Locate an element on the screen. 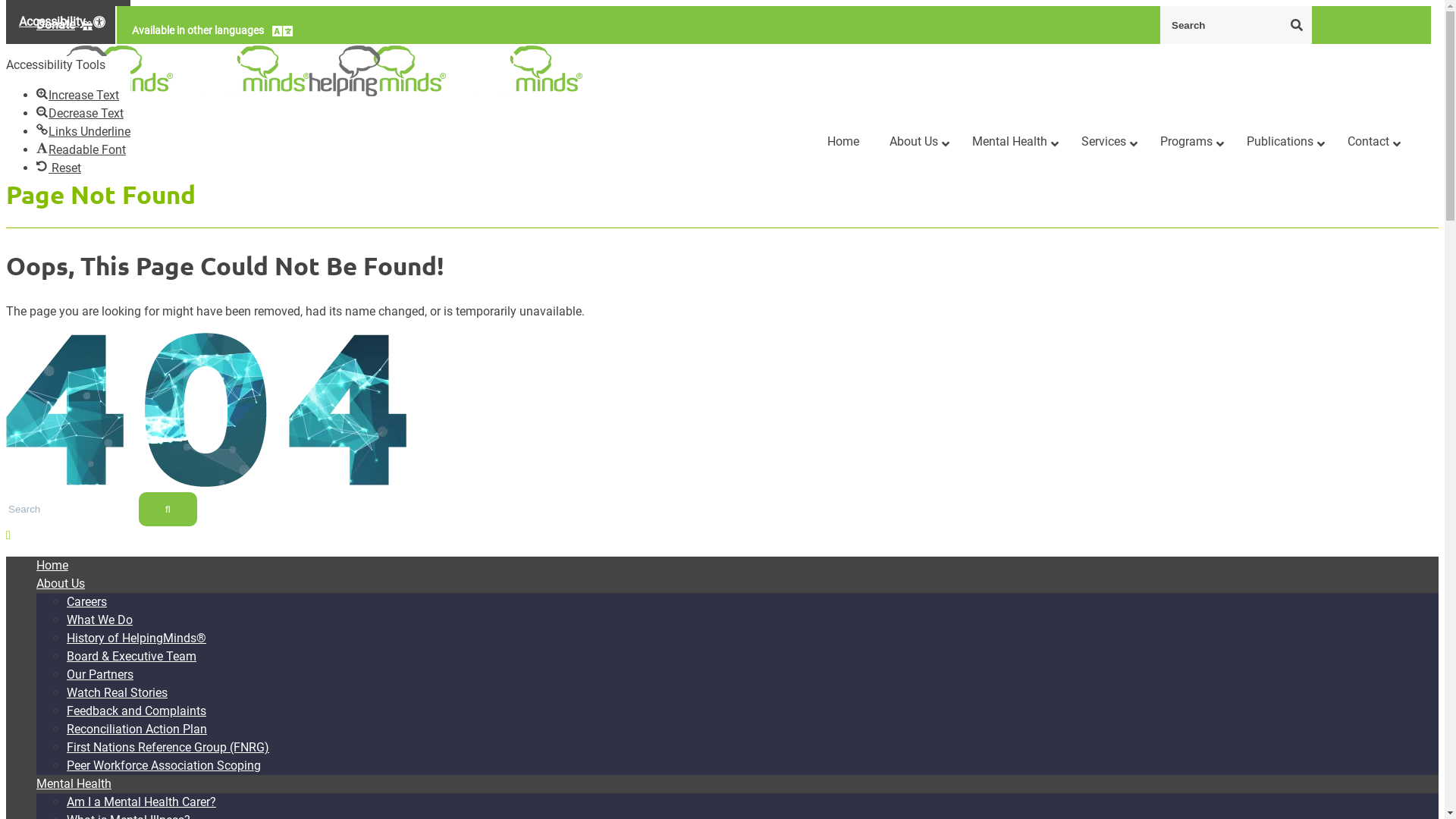 The height and width of the screenshot is (819, 1456). 'Programs' is located at coordinates (1187, 142).